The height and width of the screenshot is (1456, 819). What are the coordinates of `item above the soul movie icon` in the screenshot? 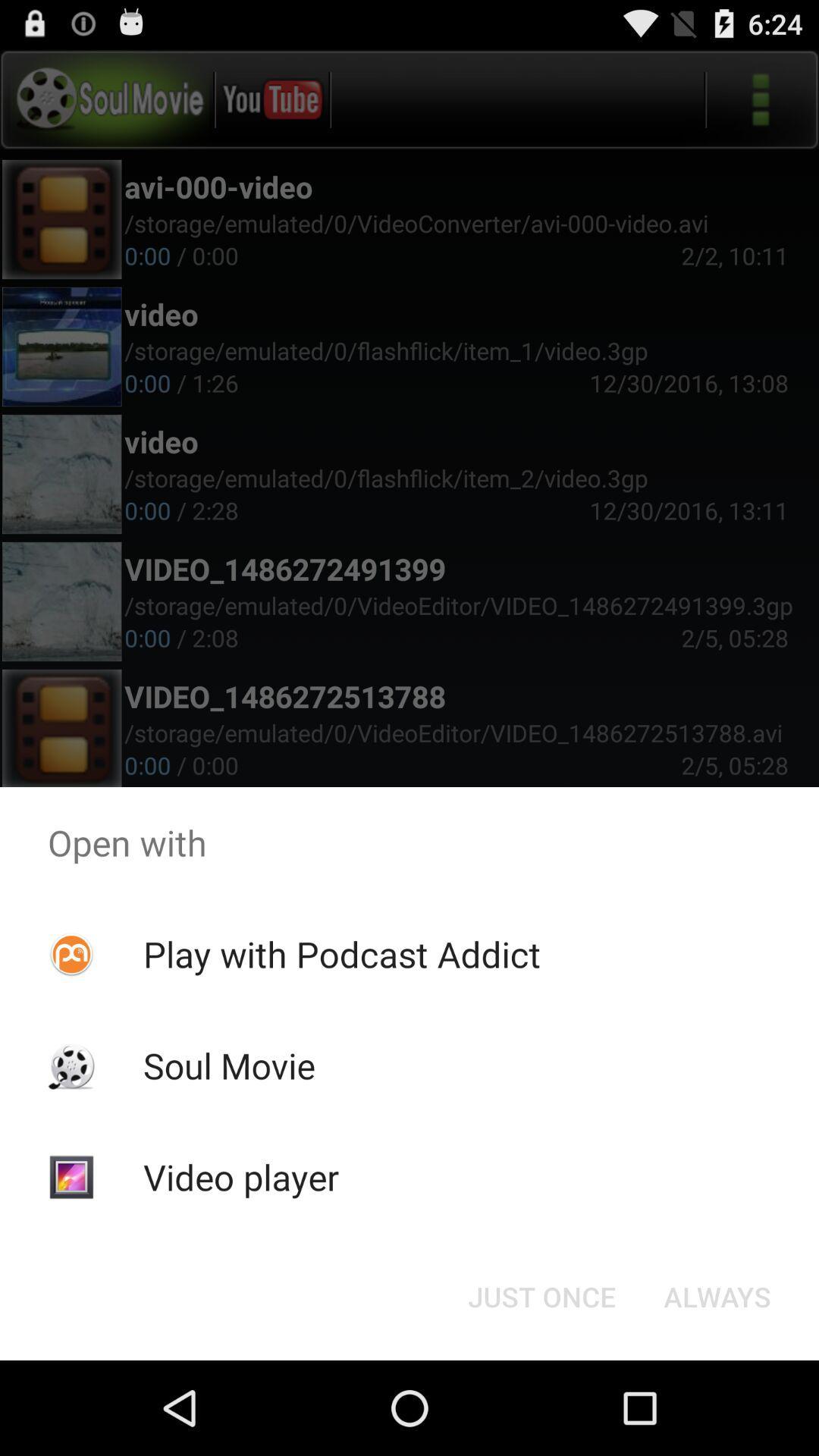 It's located at (342, 953).